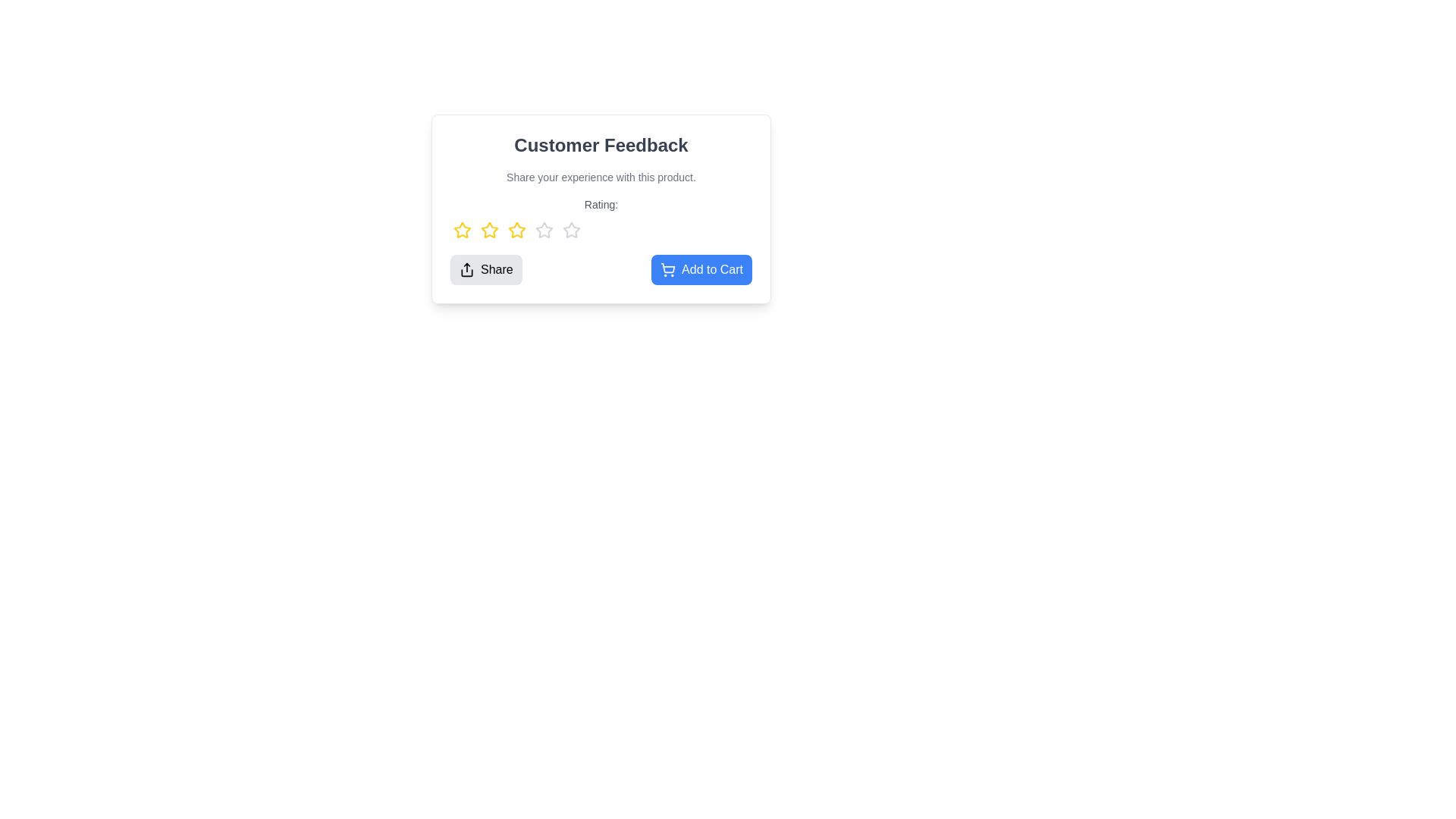 The width and height of the screenshot is (1456, 819). I want to click on the star corresponding to the desired rating value 2, so click(490, 231).